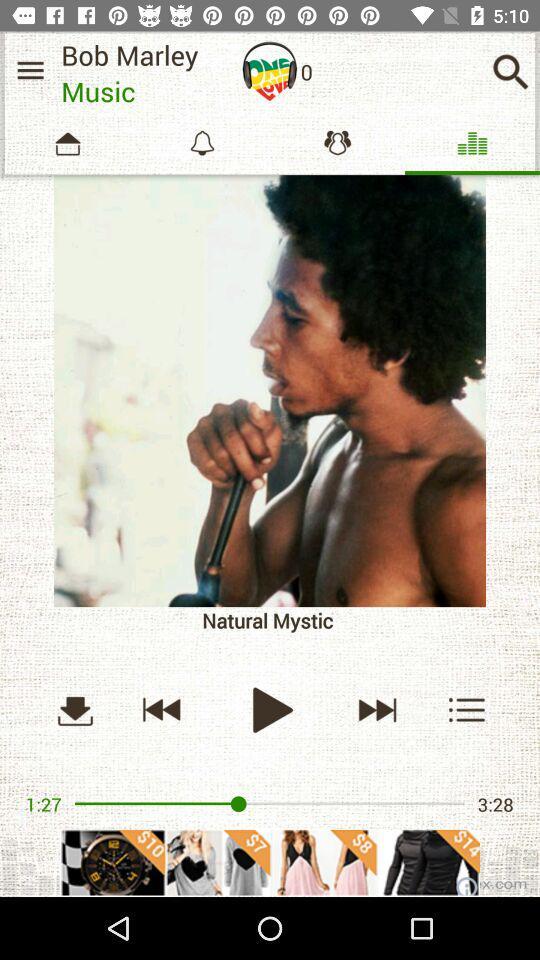 Image resolution: width=540 pixels, height=960 pixels. I want to click on menu button, so click(29, 70).